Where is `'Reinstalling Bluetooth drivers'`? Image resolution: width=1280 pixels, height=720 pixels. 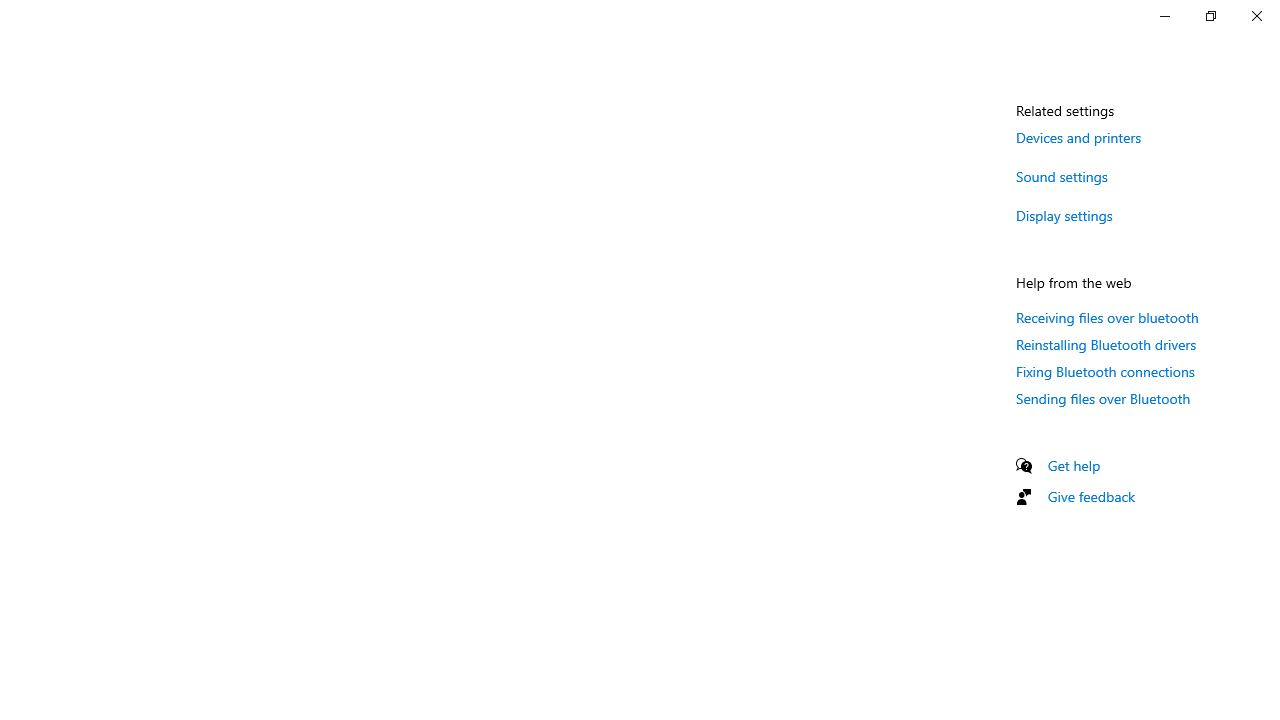 'Reinstalling Bluetooth drivers' is located at coordinates (1105, 343).